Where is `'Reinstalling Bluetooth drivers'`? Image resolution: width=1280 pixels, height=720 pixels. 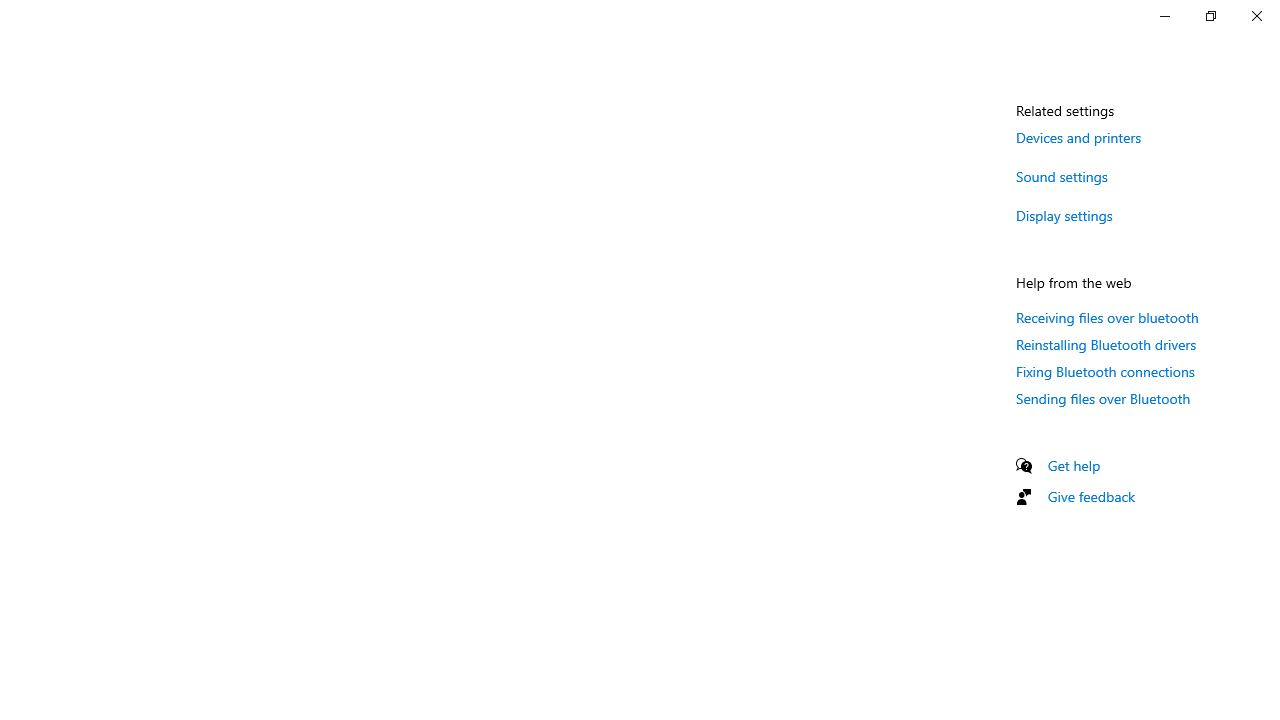 'Reinstalling Bluetooth drivers' is located at coordinates (1105, 343).